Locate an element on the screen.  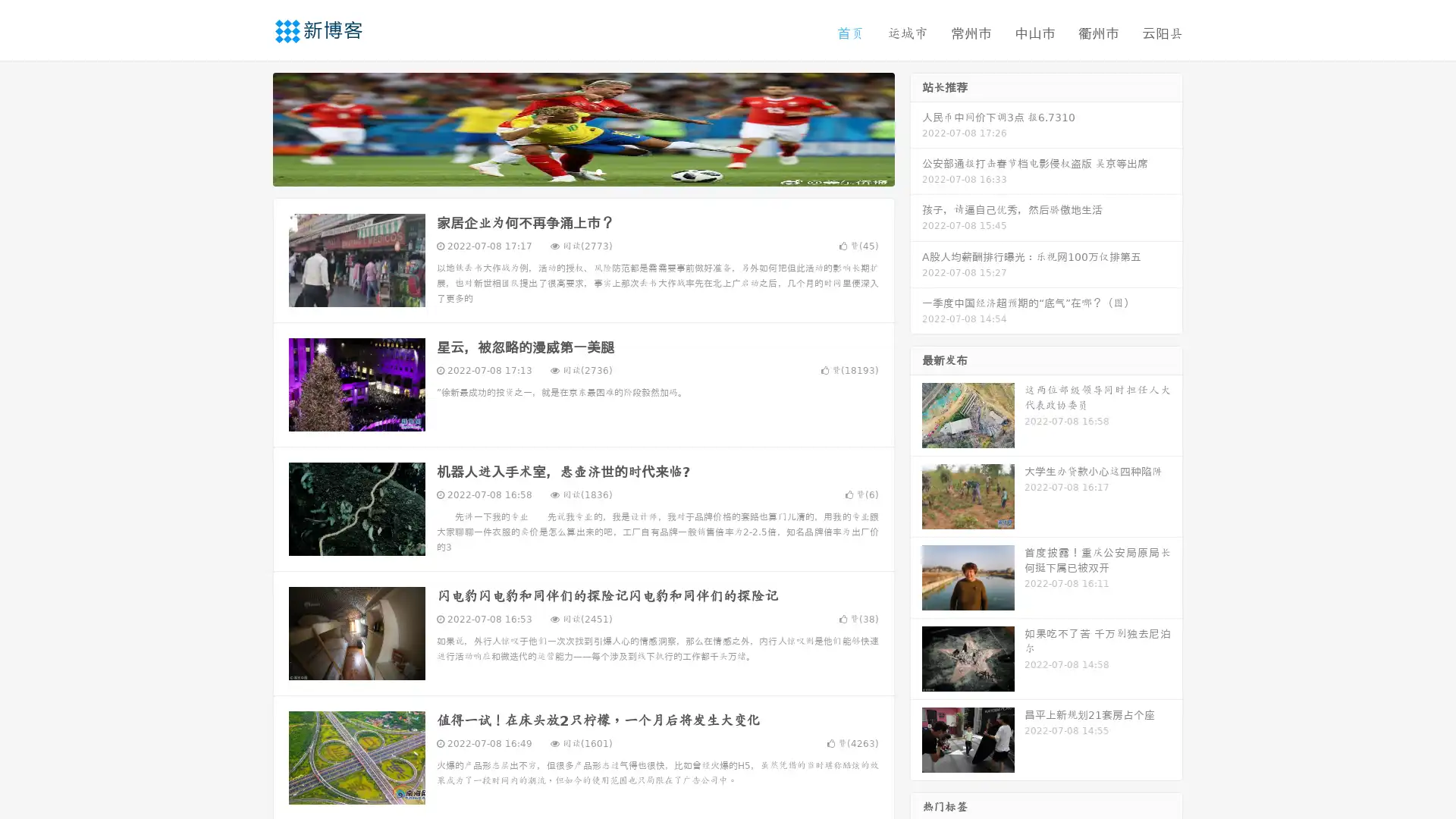
Go to slide 1 is located at coordinates (567, 171).